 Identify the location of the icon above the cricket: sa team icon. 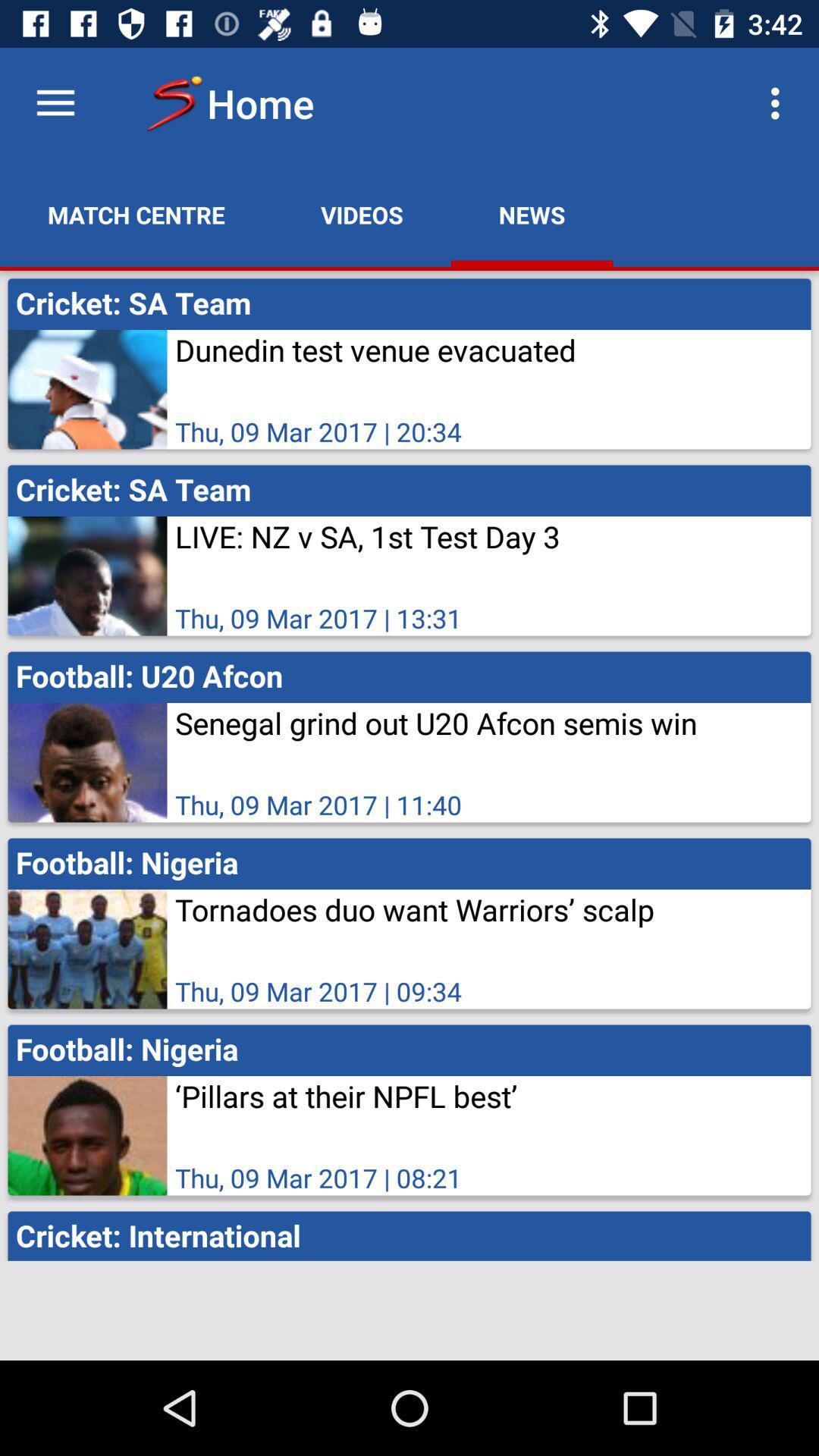
(779, 102).